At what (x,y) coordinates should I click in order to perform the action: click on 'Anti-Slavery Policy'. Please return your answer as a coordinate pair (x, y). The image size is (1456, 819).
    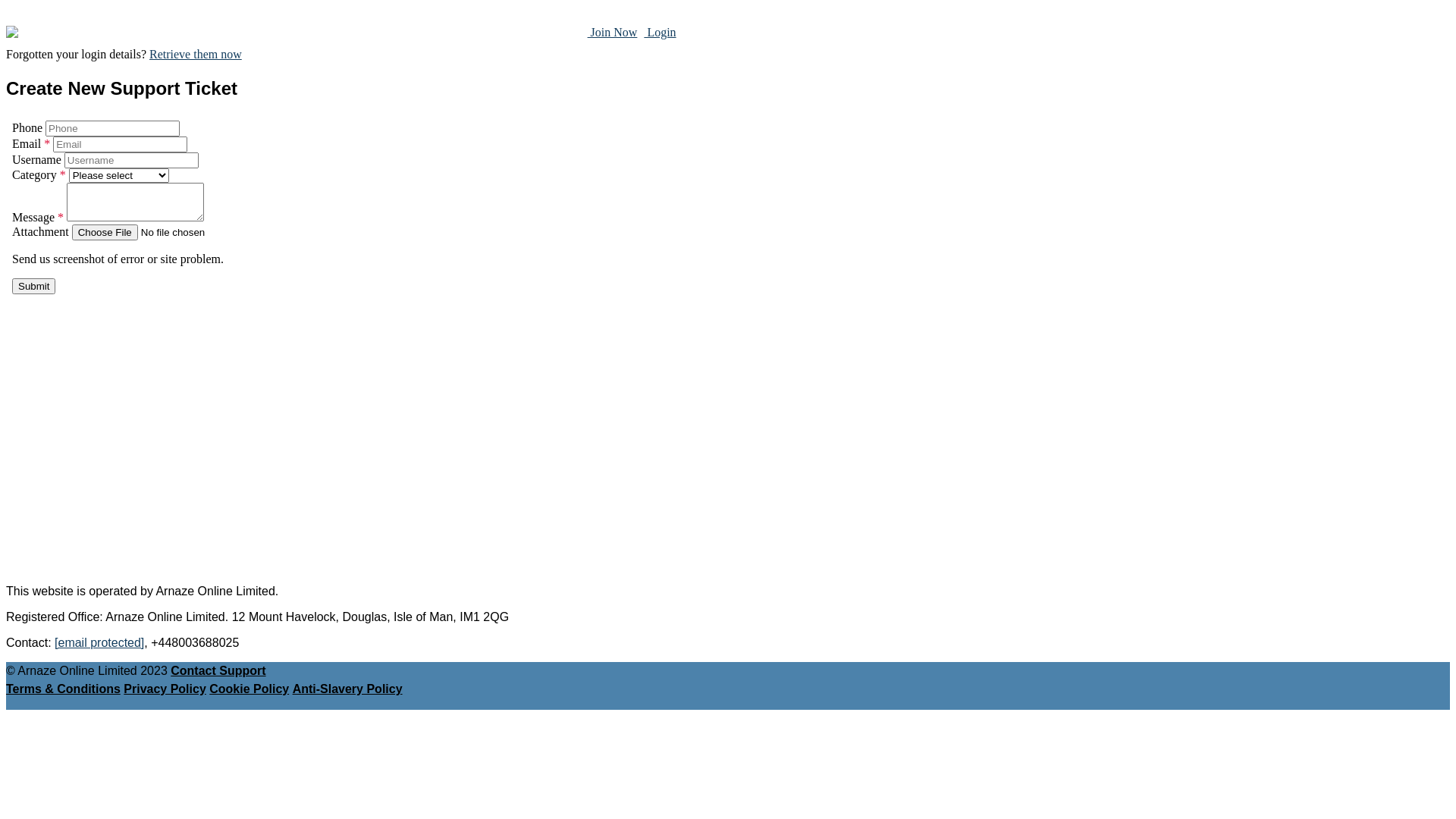
    Looking at the image, I should click on (347, 689).